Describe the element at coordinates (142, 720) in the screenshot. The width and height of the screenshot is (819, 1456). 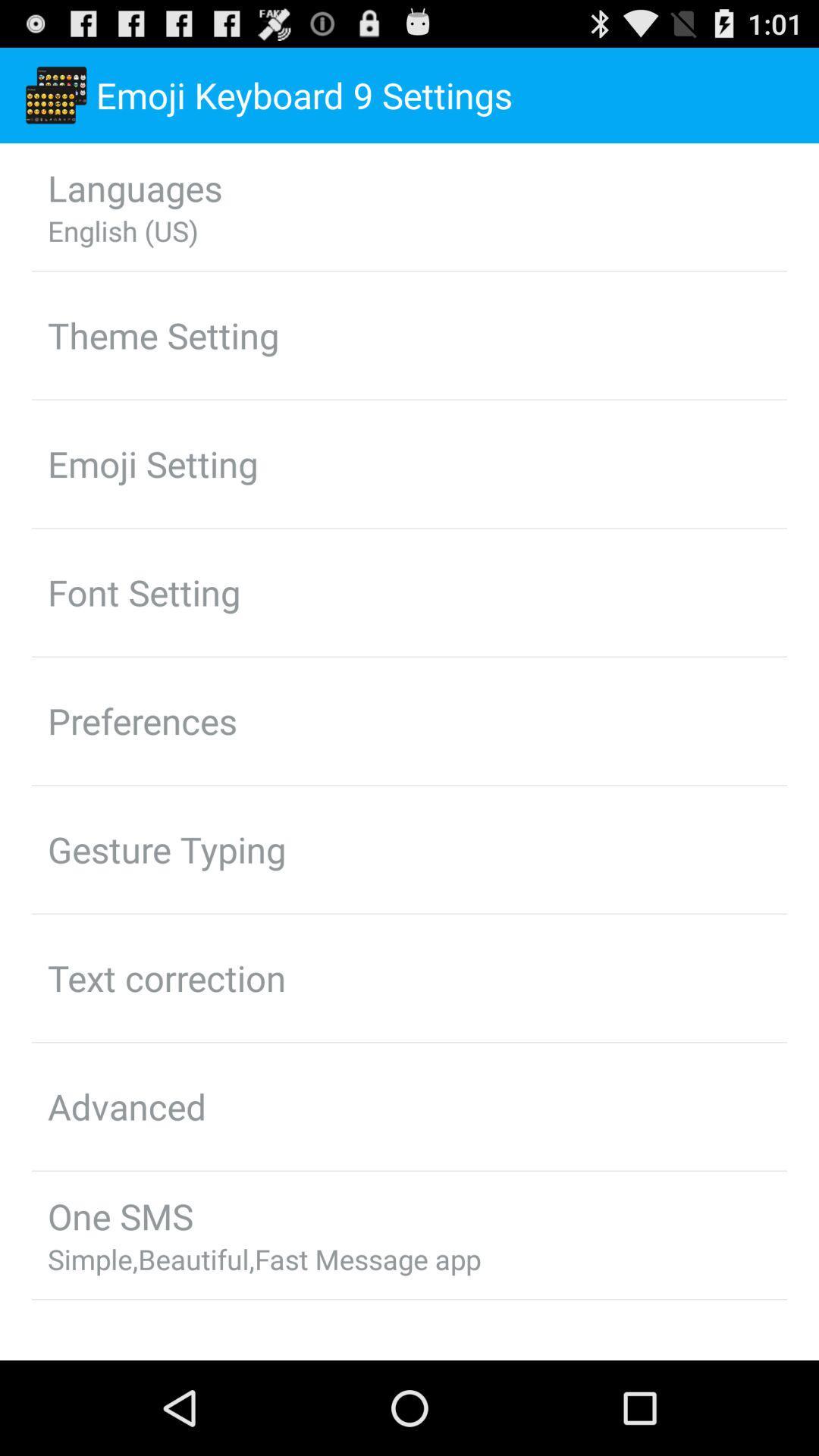
I see `the icon above the gesture typing app` at that location.